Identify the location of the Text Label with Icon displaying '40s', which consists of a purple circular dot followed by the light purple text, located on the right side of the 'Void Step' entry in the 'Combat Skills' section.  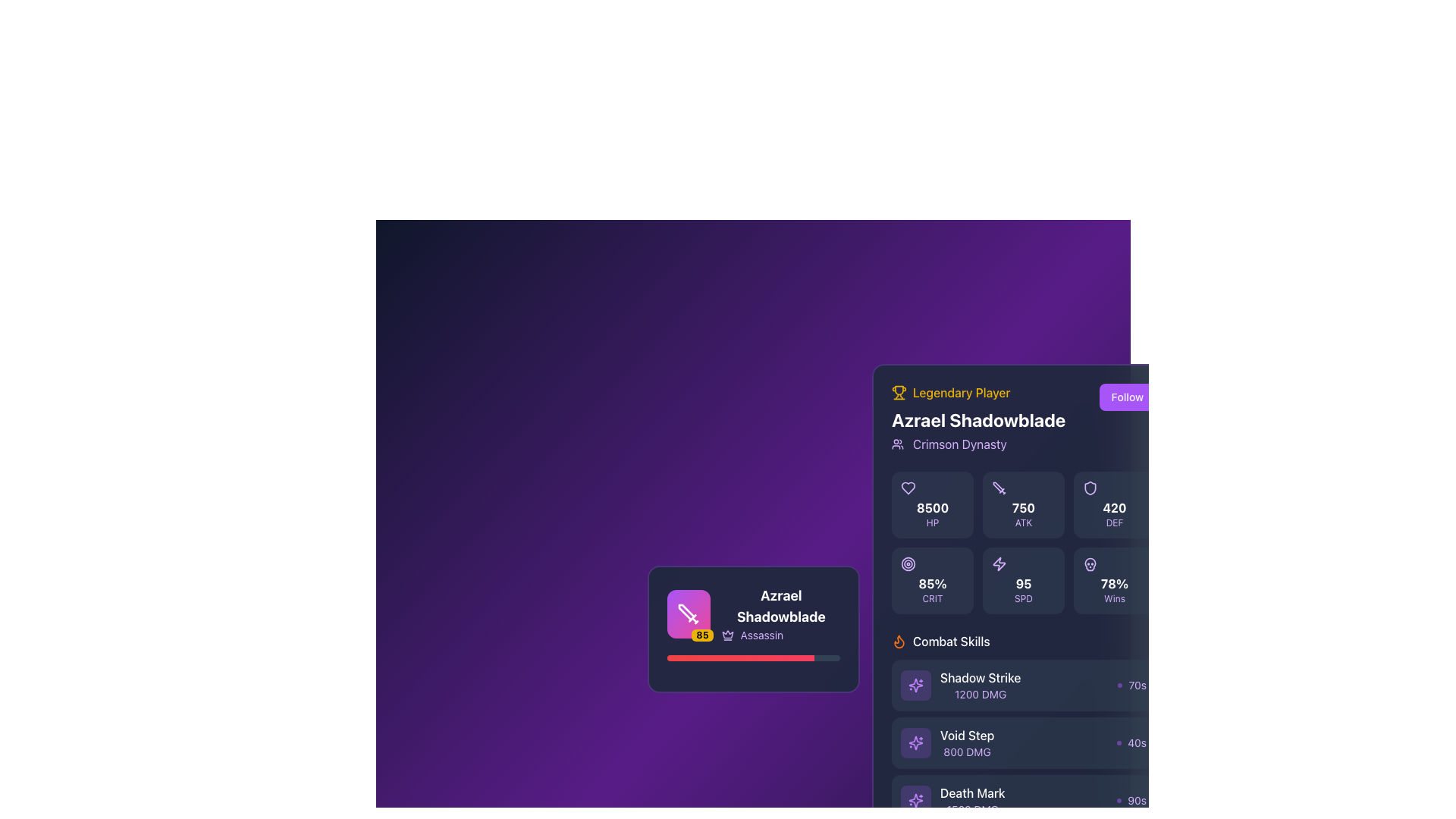
(1131, 742).